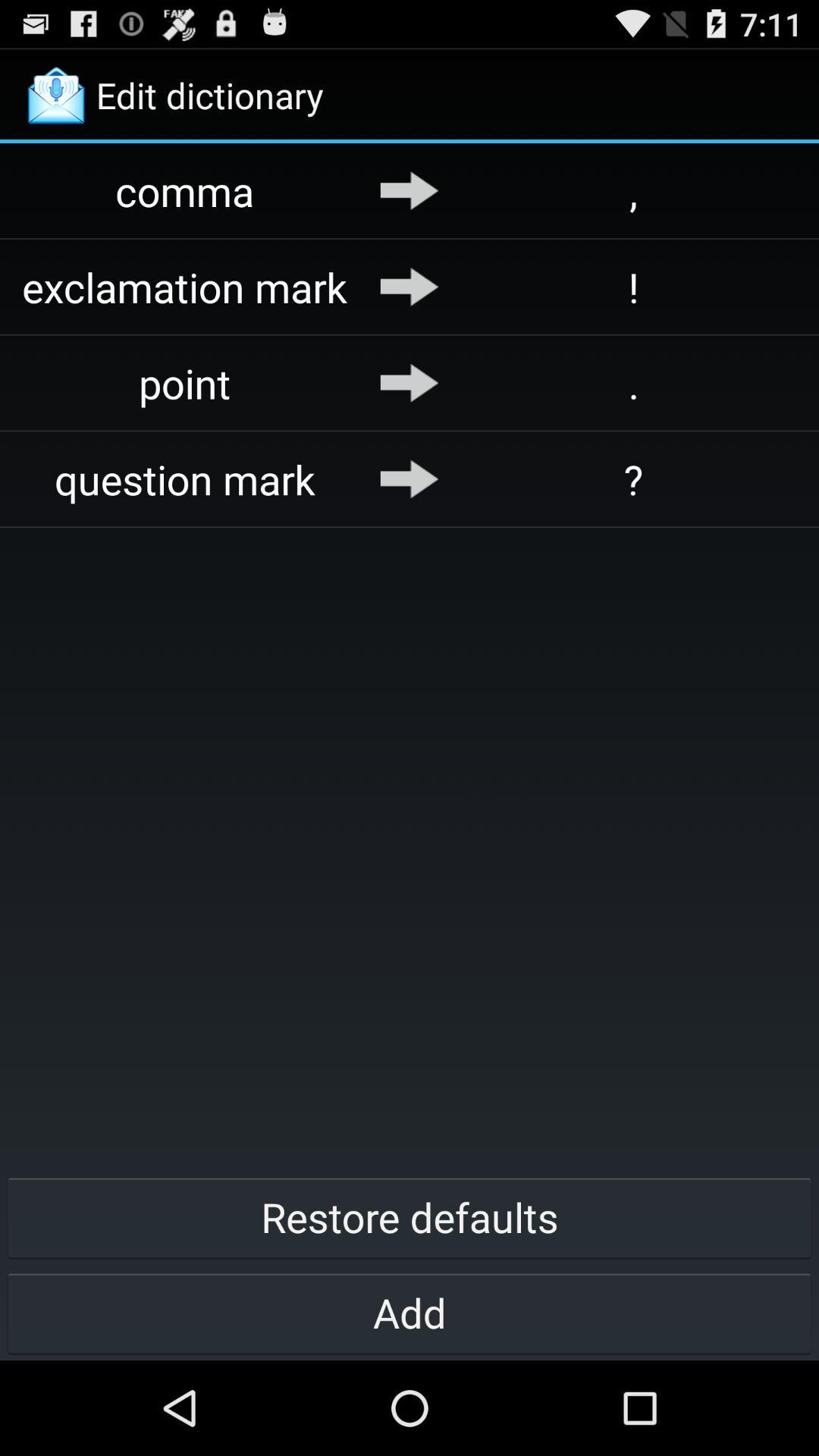  Describe the element at coordinates (633, 190) in the screenshot. I see `the , app` at that location.